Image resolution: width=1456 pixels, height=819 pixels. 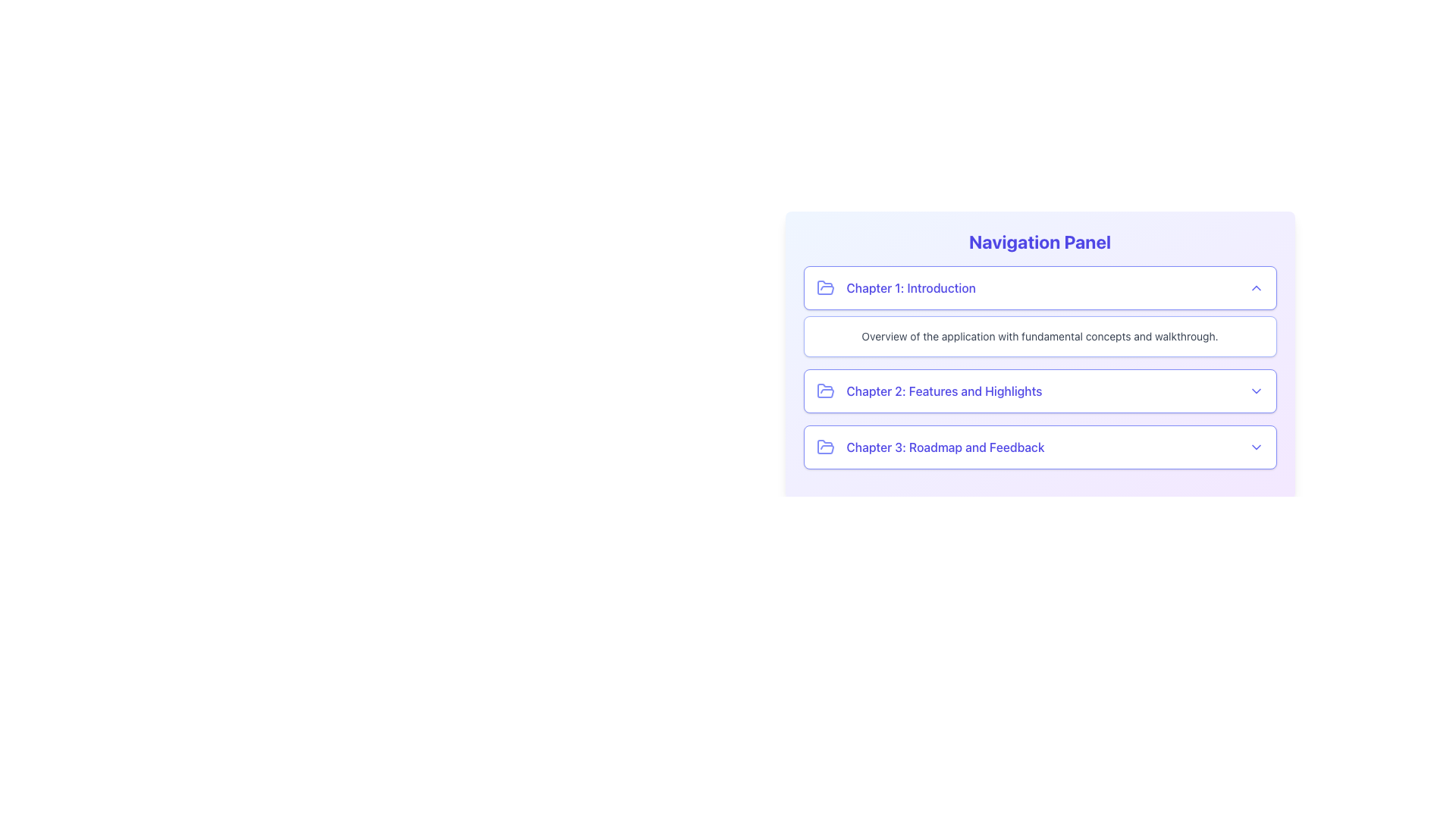 I want to click on the clickable navigation button for 'Chapter 1: Introduction' located in the Navigation Panel at the top-left section of the interface, so click(x=1039, y=288).